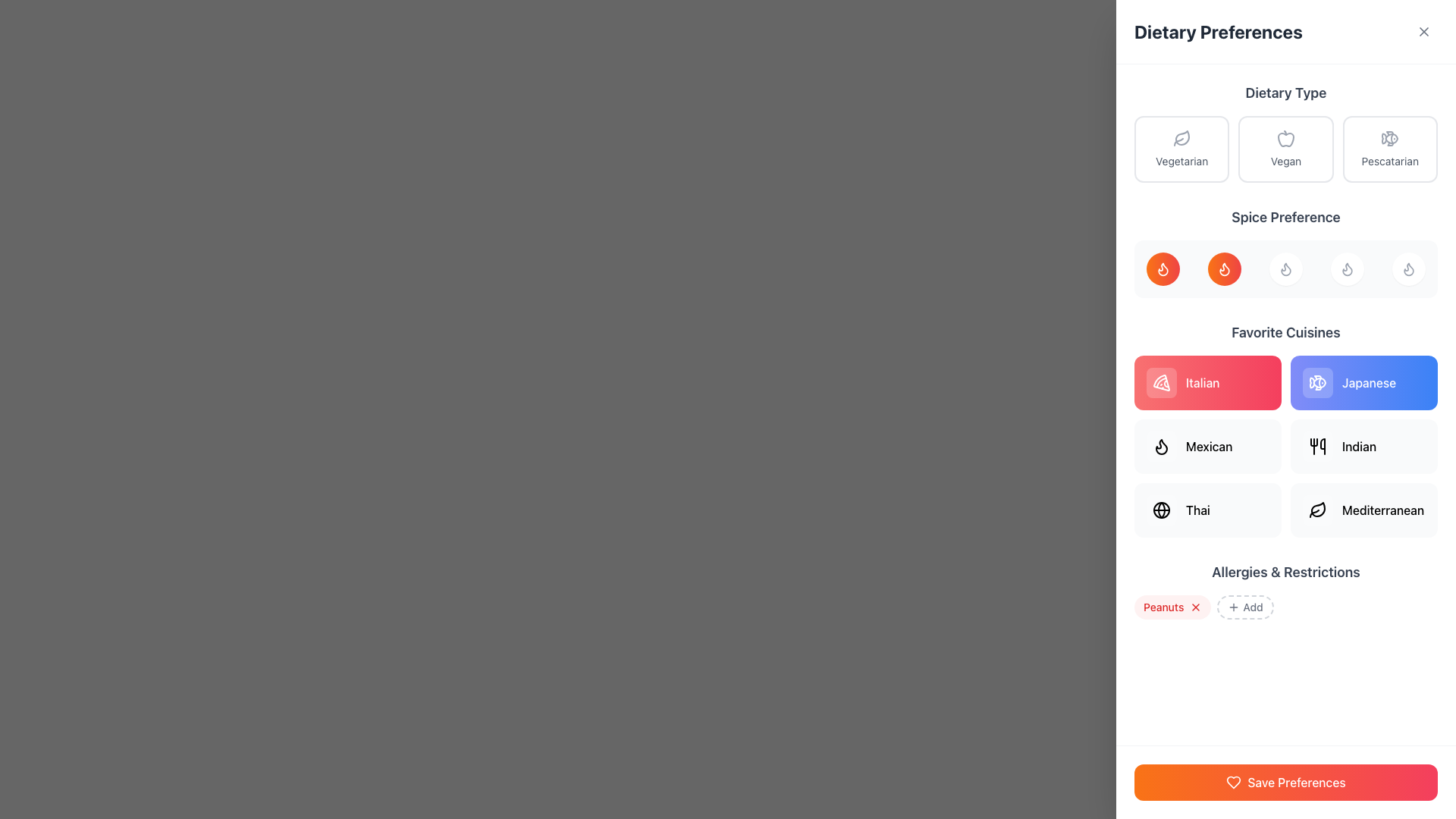 This screenshot has width=1456, height=819. What do you see at coordinates (1245, 607) in the screenshot?
I see `the rounded button labeled '+ Add' with a dashed border in the 'Allergies & Restrictions' section` at bounding box center [1245, 607].